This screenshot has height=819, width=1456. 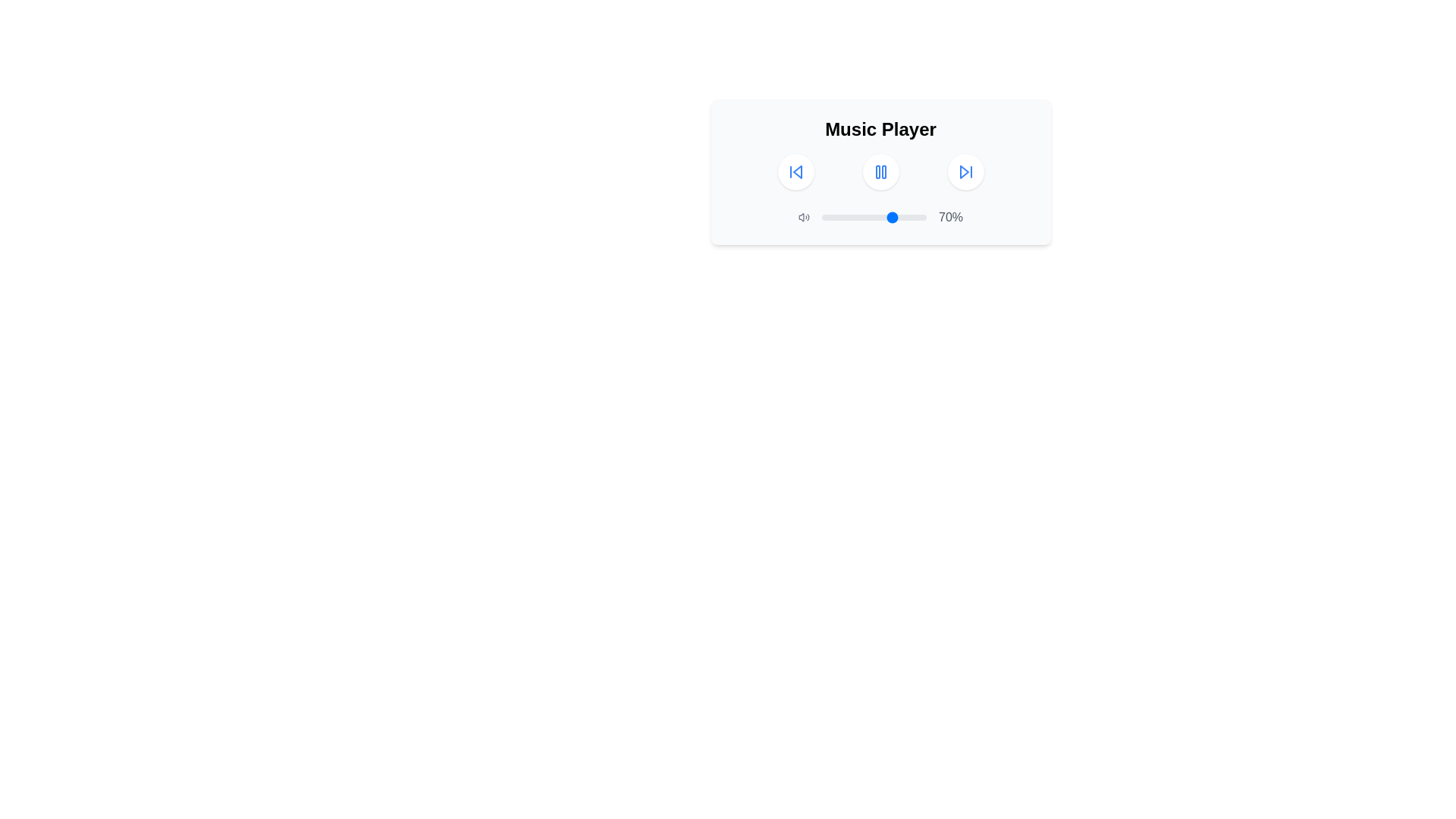 What do you see at coordinates (877, 171) in the screenshot?
I see `the left vertical bar of the pause button in the media player interface, which is part of a group of two similar vertical bars` at bounding box center [877, 171].